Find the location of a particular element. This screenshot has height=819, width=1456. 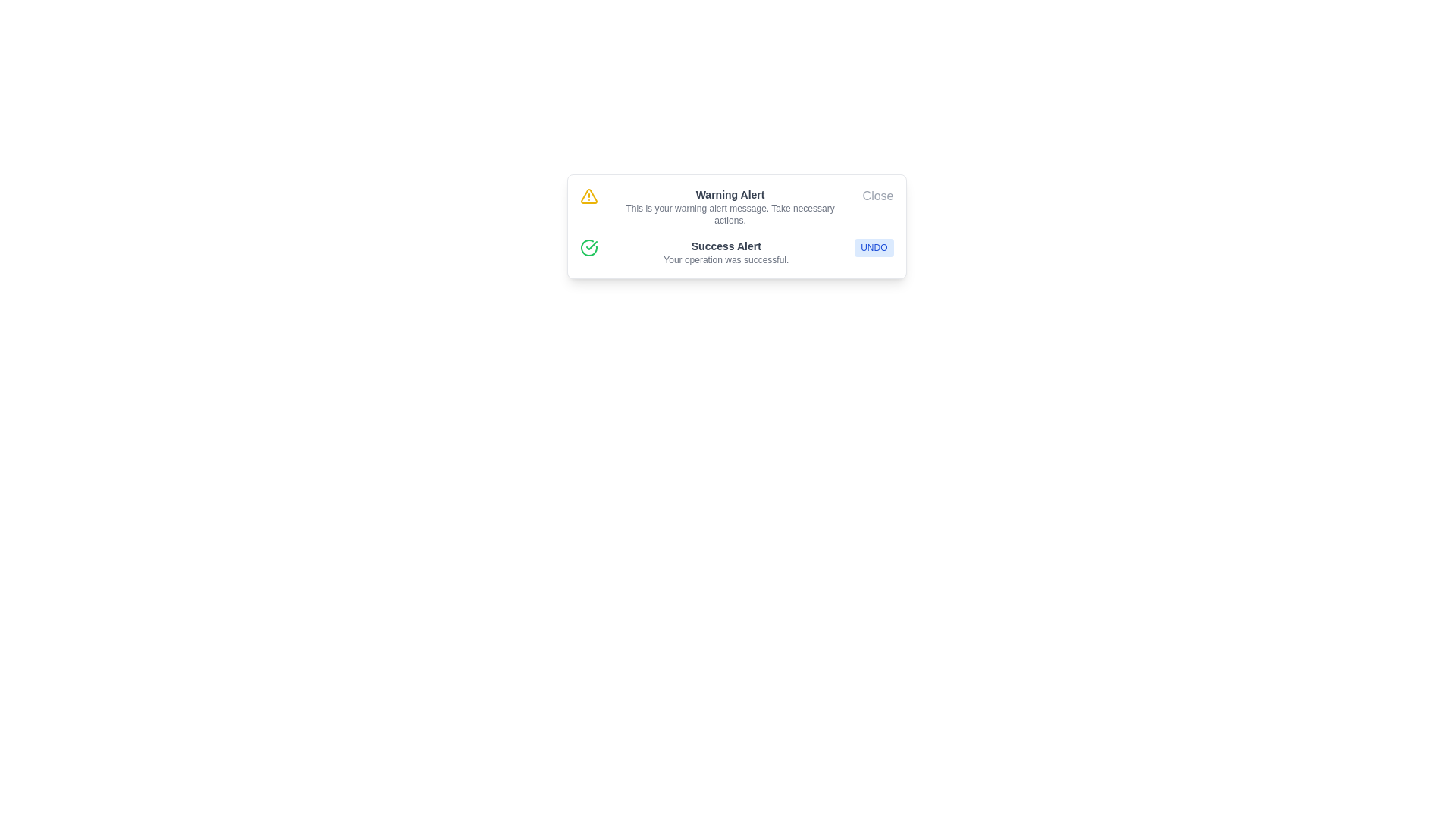

text snippet styled in small gray font that displays the message 'Your operation was successful.' located below the 'Success Alert' title in the notification card is located at coordinates (725, 259).